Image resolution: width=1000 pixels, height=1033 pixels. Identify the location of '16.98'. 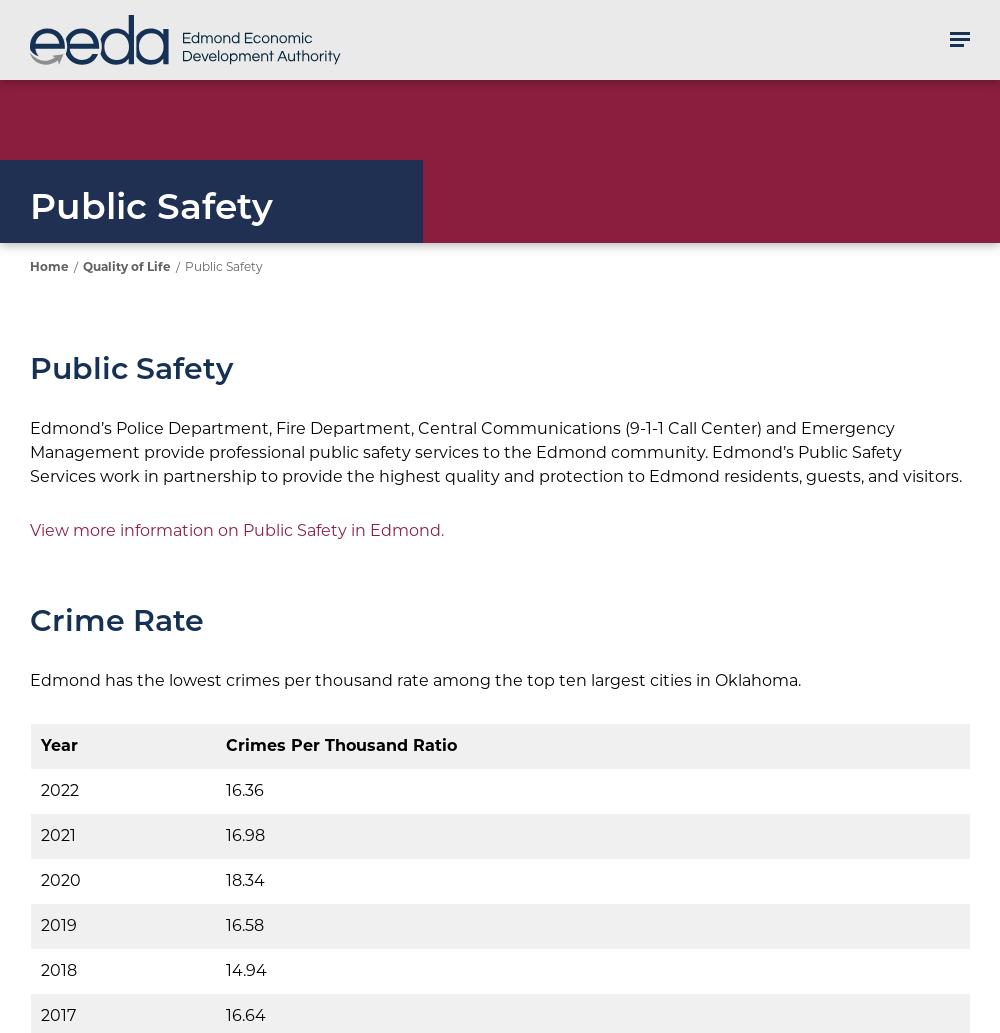
(244, 835).